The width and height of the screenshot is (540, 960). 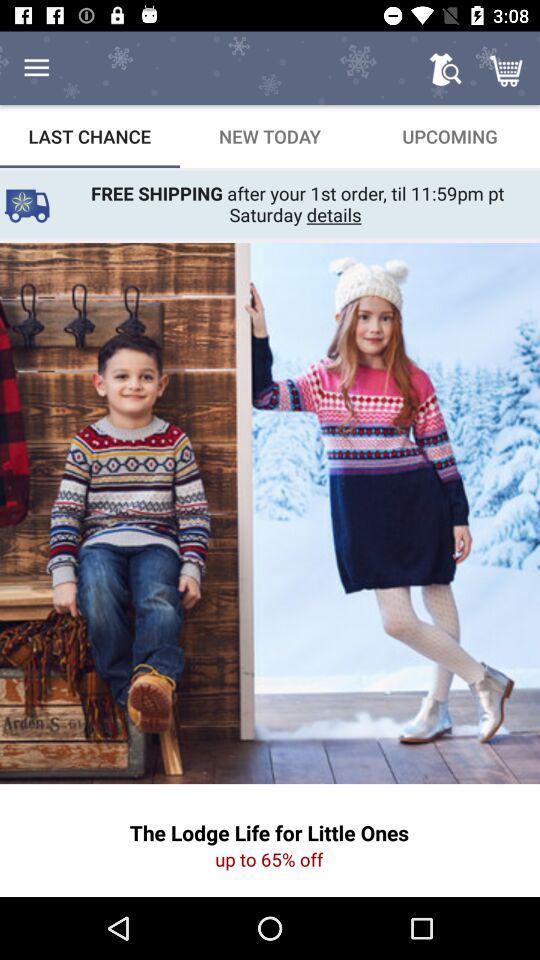 What do you see at coordinates (36, 68) in the screenshot?
I see `item above last chance item` at bounding box center [36, 68].